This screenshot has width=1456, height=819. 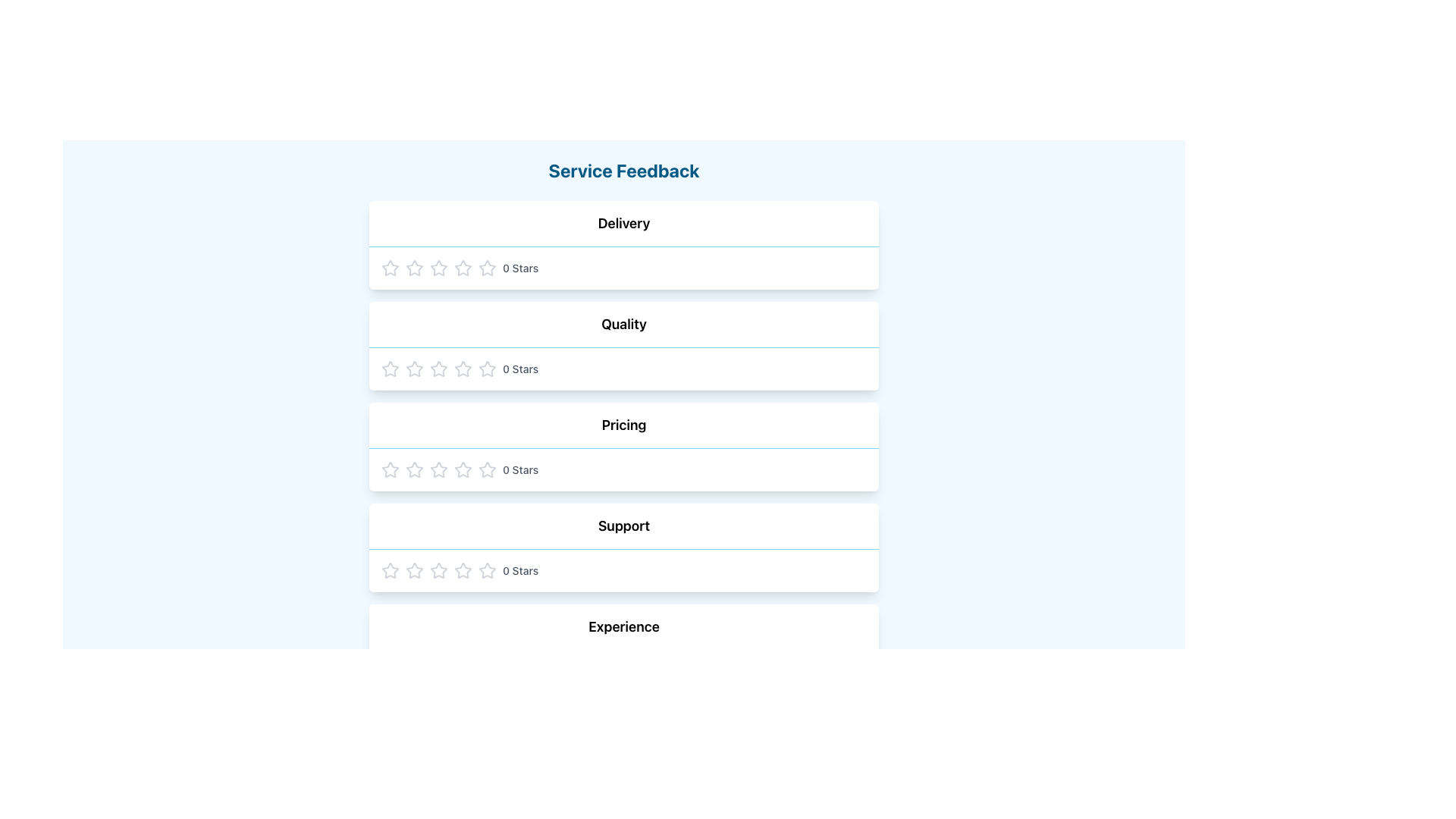 I want to click on the first gray outline star icon located under the 'Delivery' header to assign a one star rating, so click(x=390, y=268).